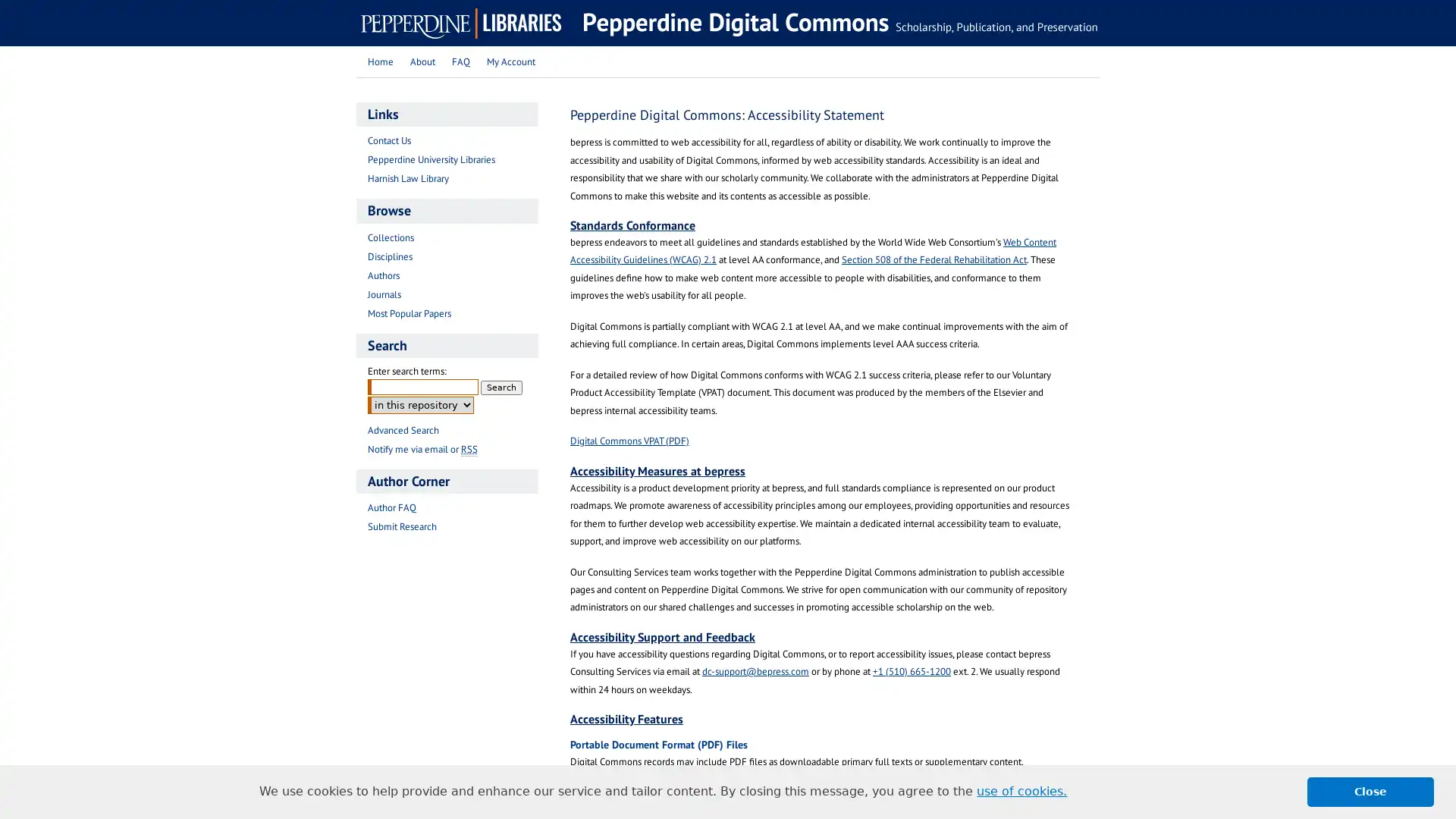  Describe the element at coordinates (501, 386) in the screenshot. I see `Search` at that location.